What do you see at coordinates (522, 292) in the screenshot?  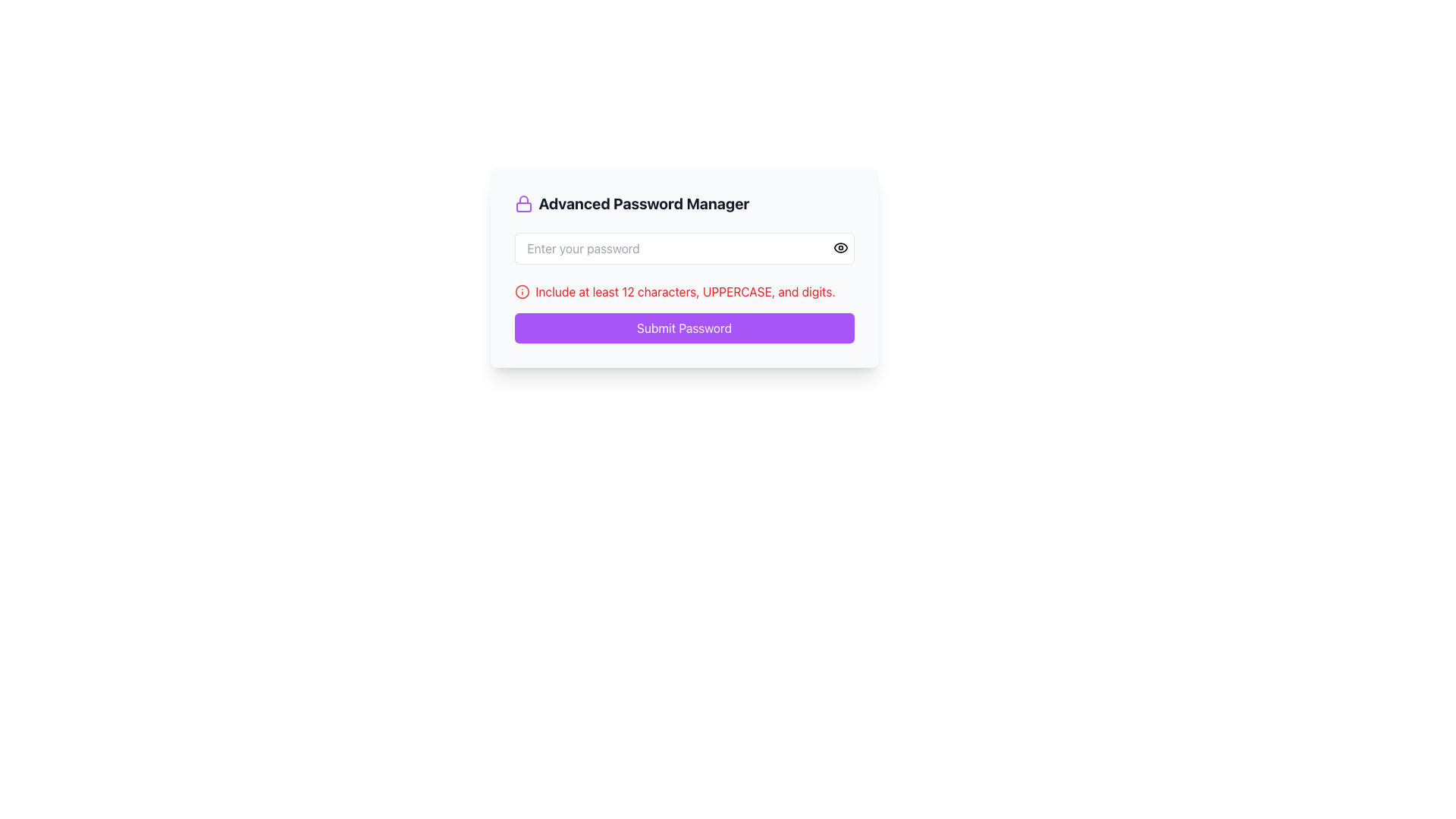 I see `the circular SVG icon located to the left of the warning text that reads 'Include at least 12 characters, UPPERCASE, and digits,' which is displayed in red font` at bounding box center [522, 292].